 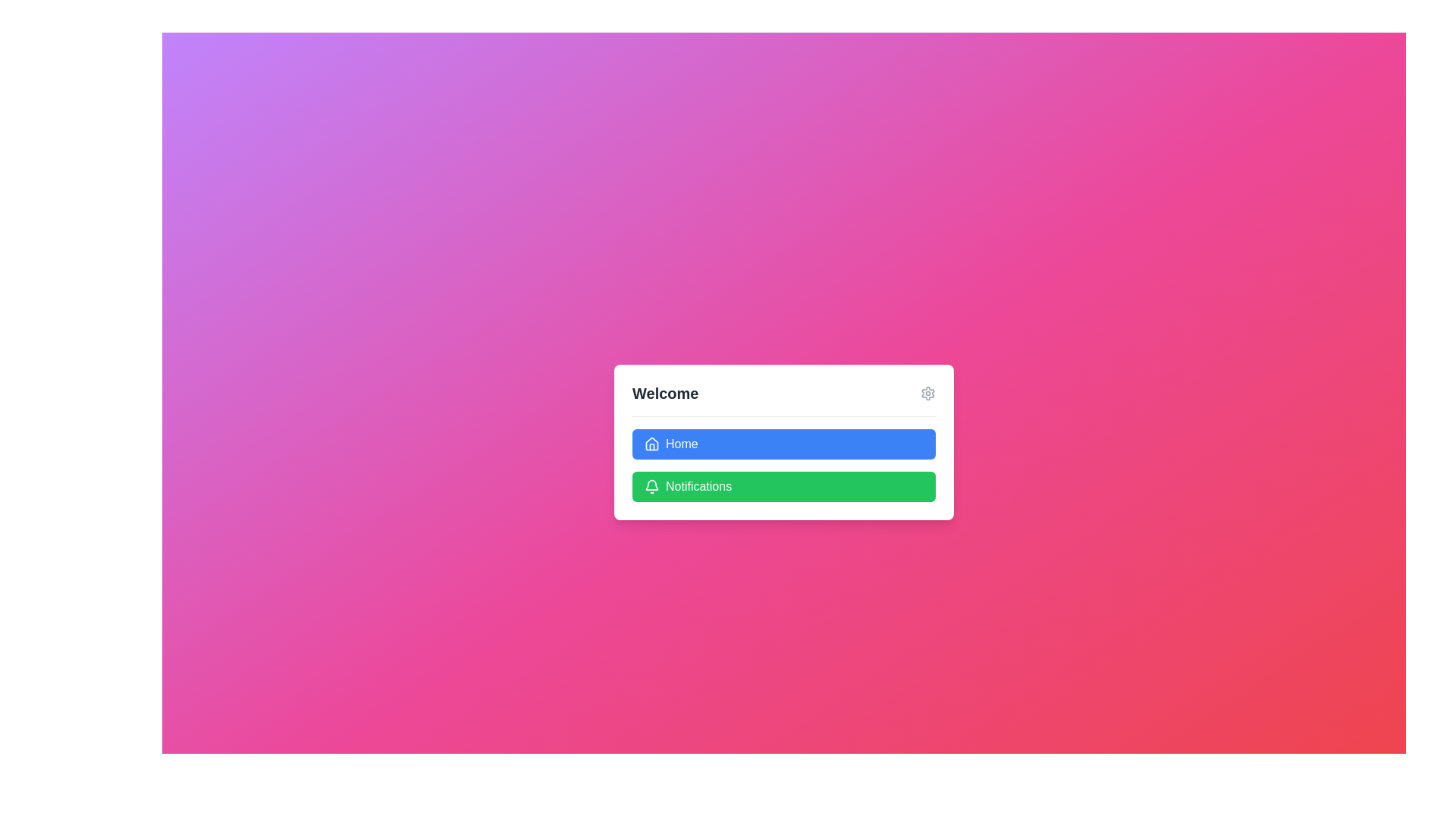 I want to click on the SVG icon located at the top-right corner of the 'Welcome' card interface, which is adjacent to the card's header text, so click(x=927, y=391).